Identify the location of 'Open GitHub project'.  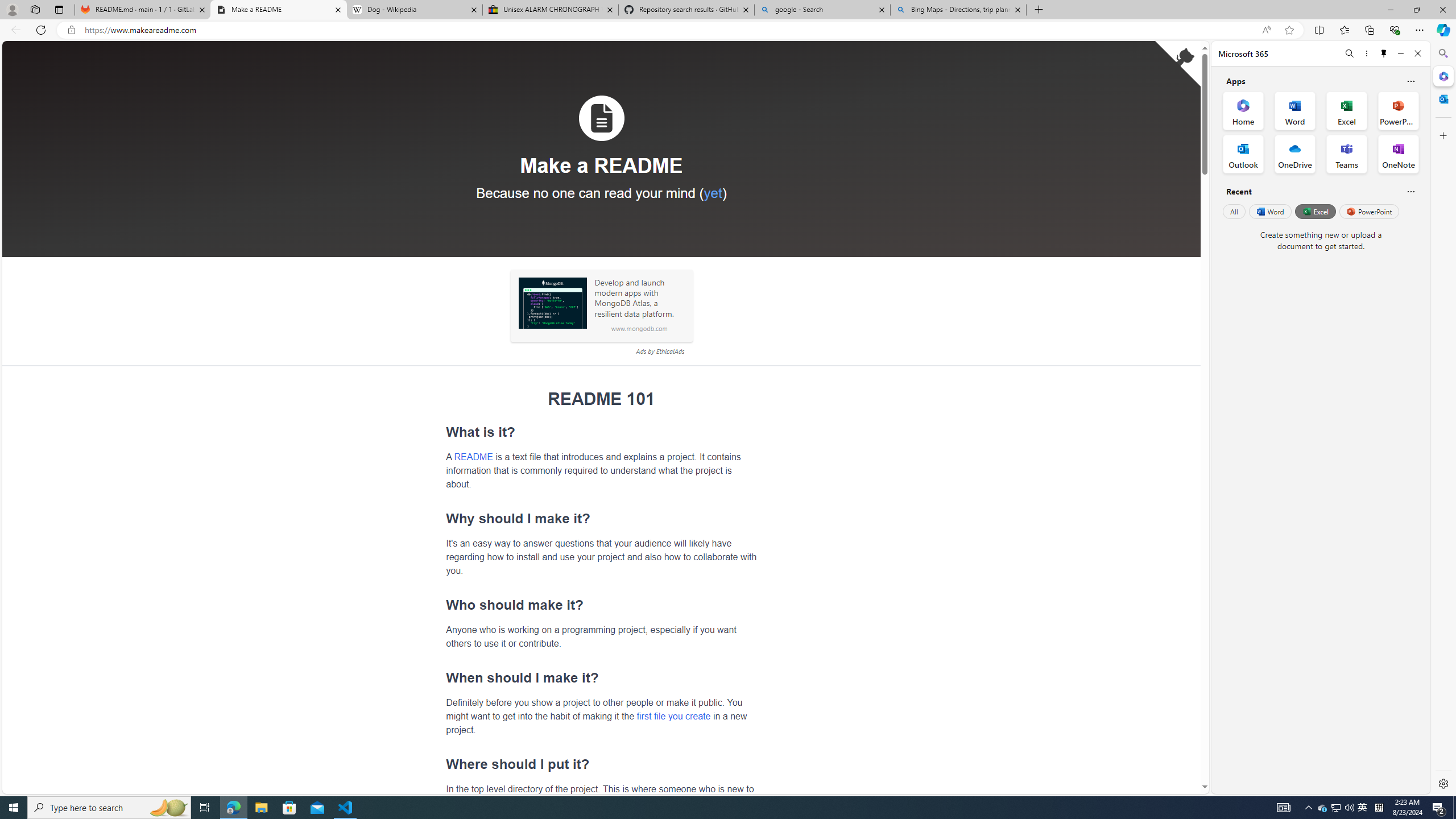
(1177, 63).